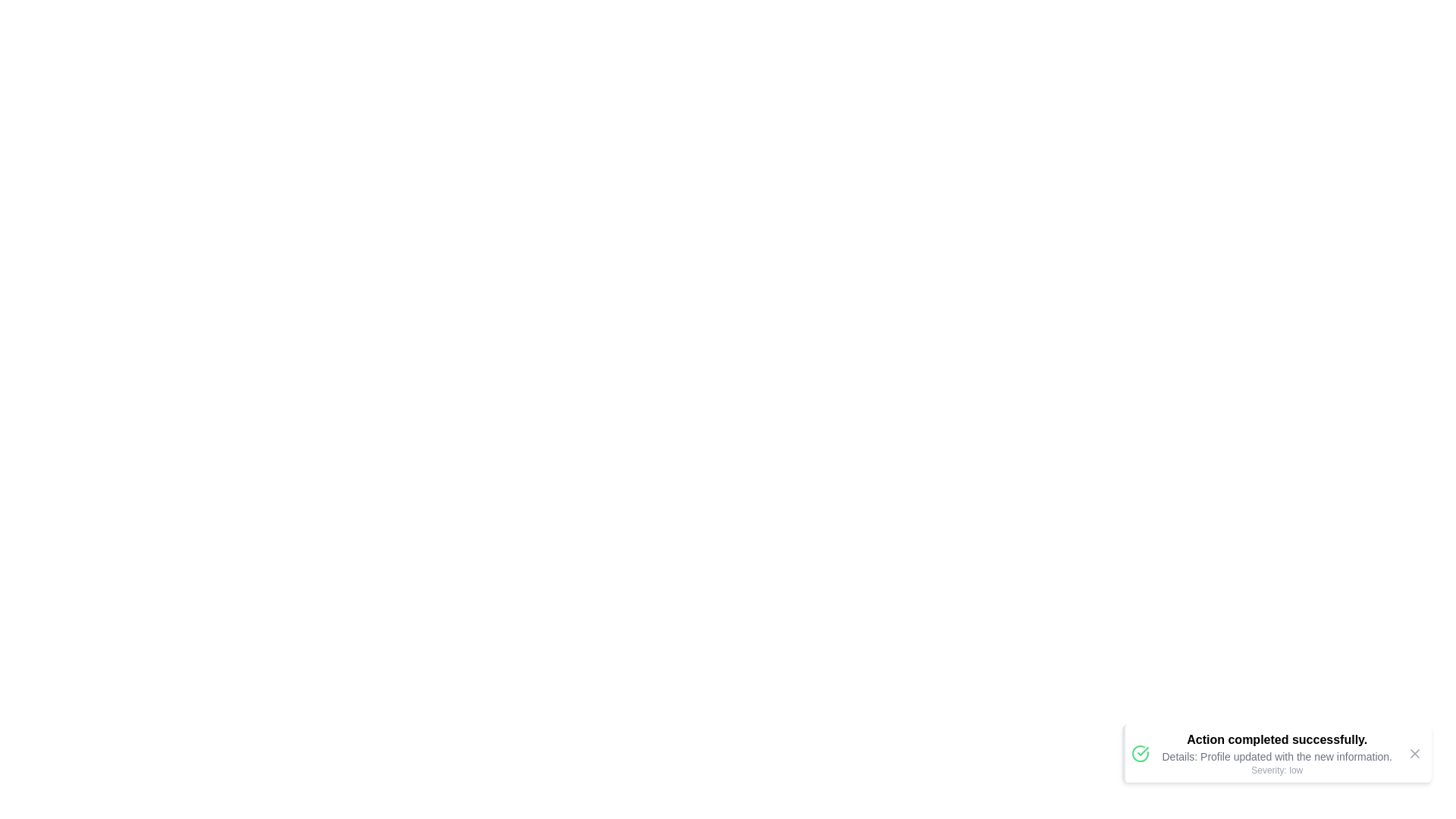  Describe the element at coordinates (1414, 754) in the screenshot. I see `the dismiss button to close the notification` at that location.